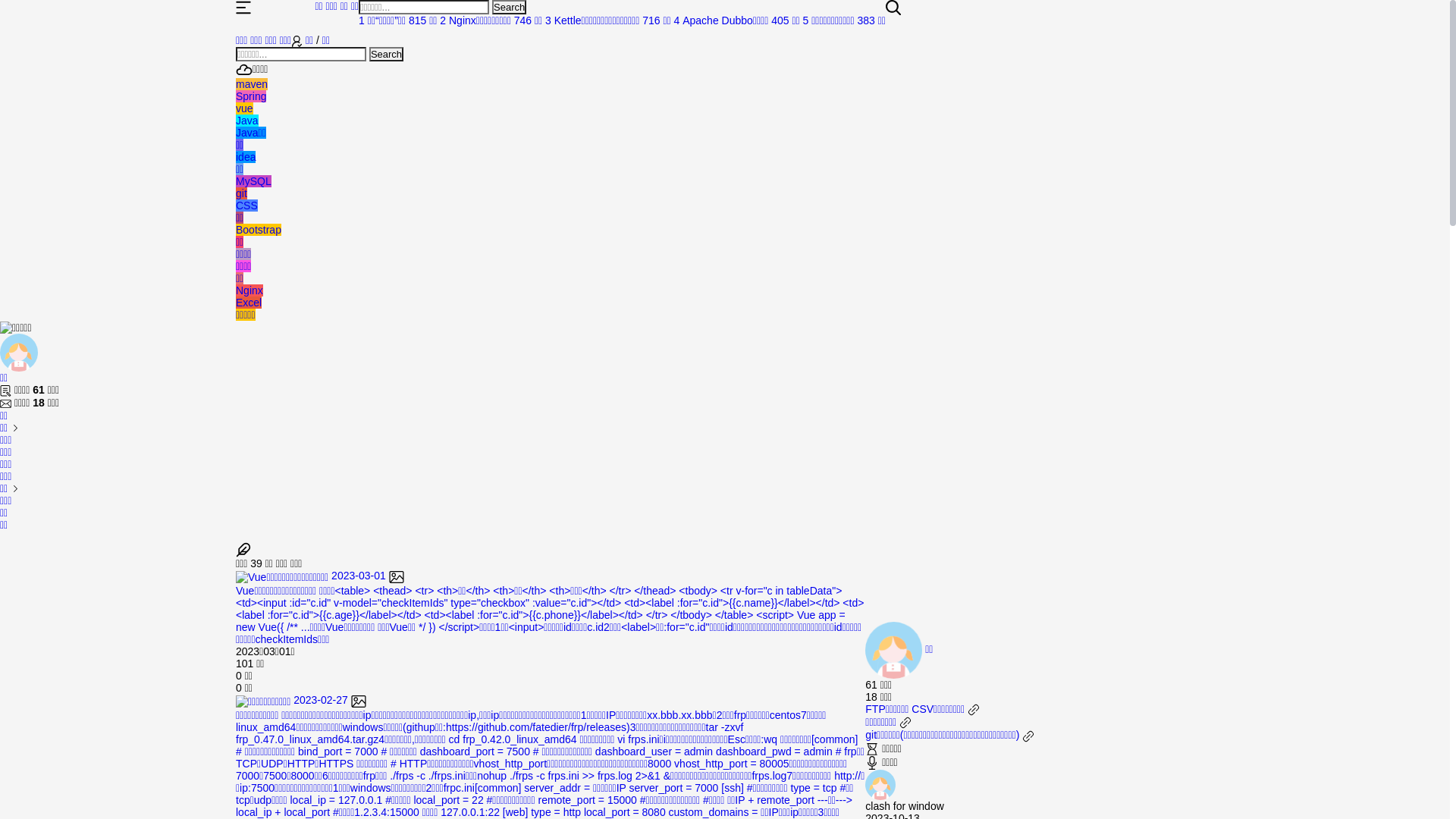  Describe the element at coordinates (235, 192) in the screenshot. I see `'git'` at that location.